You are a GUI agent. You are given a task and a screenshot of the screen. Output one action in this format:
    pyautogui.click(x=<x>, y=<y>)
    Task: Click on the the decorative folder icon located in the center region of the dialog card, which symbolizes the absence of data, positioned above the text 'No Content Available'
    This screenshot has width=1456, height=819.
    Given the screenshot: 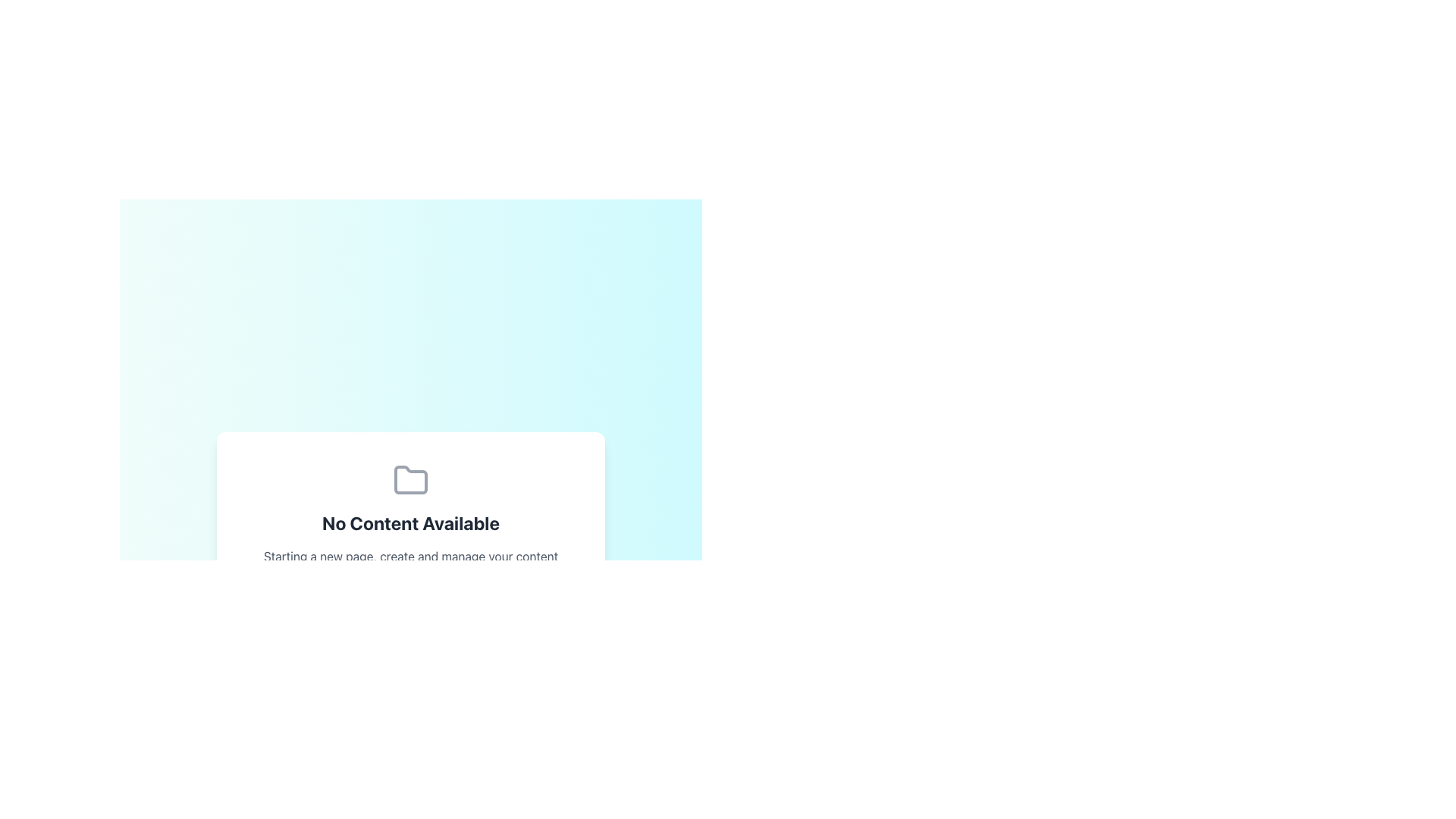 What is the action you would take?
    pyautogui.click(x=411, y=479)
    